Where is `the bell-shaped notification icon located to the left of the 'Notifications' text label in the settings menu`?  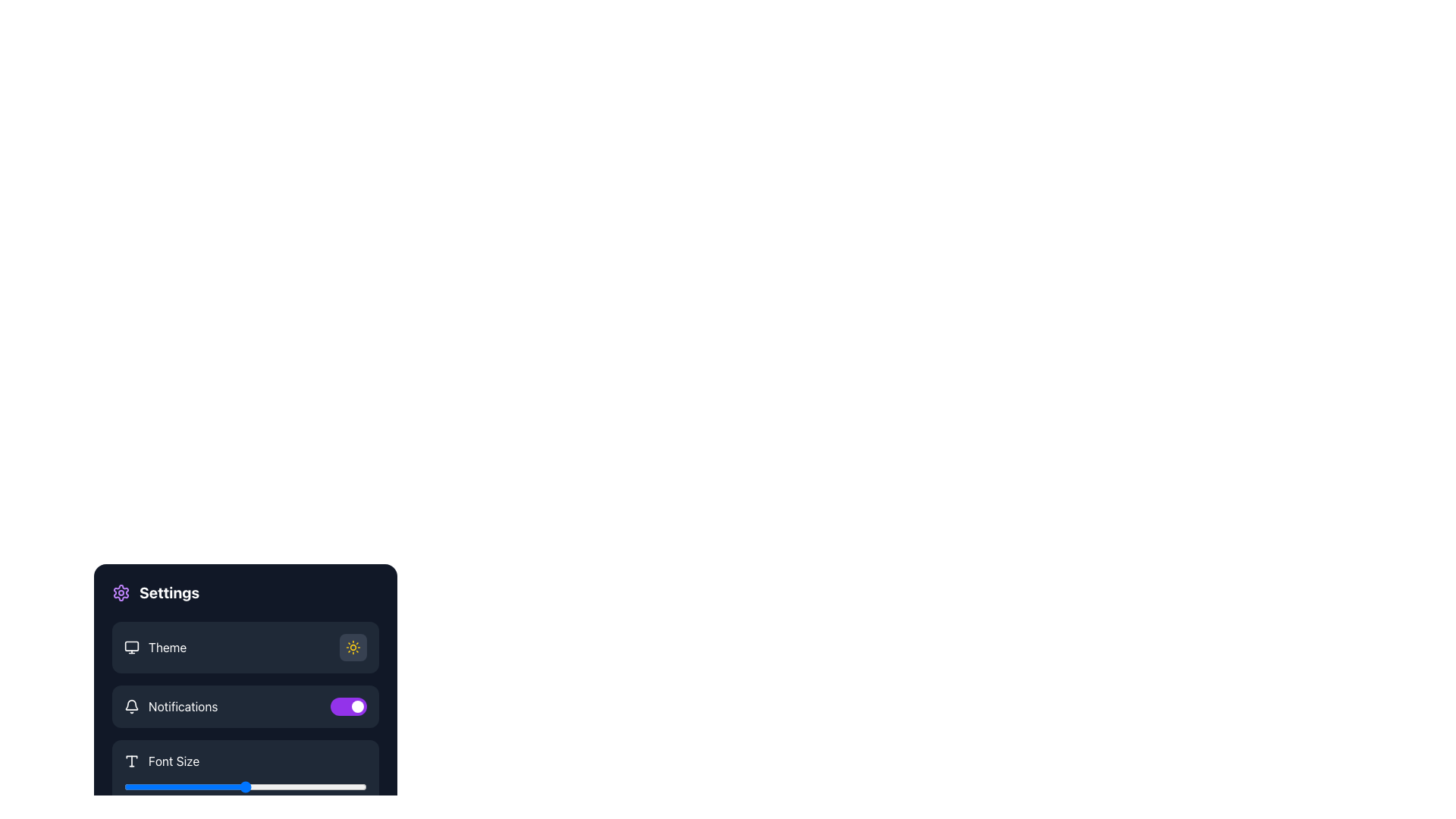 the bell-shaped notification icon located to the left of the 'Notifications' text label in the settings menu is located at coordinates (131, 707).